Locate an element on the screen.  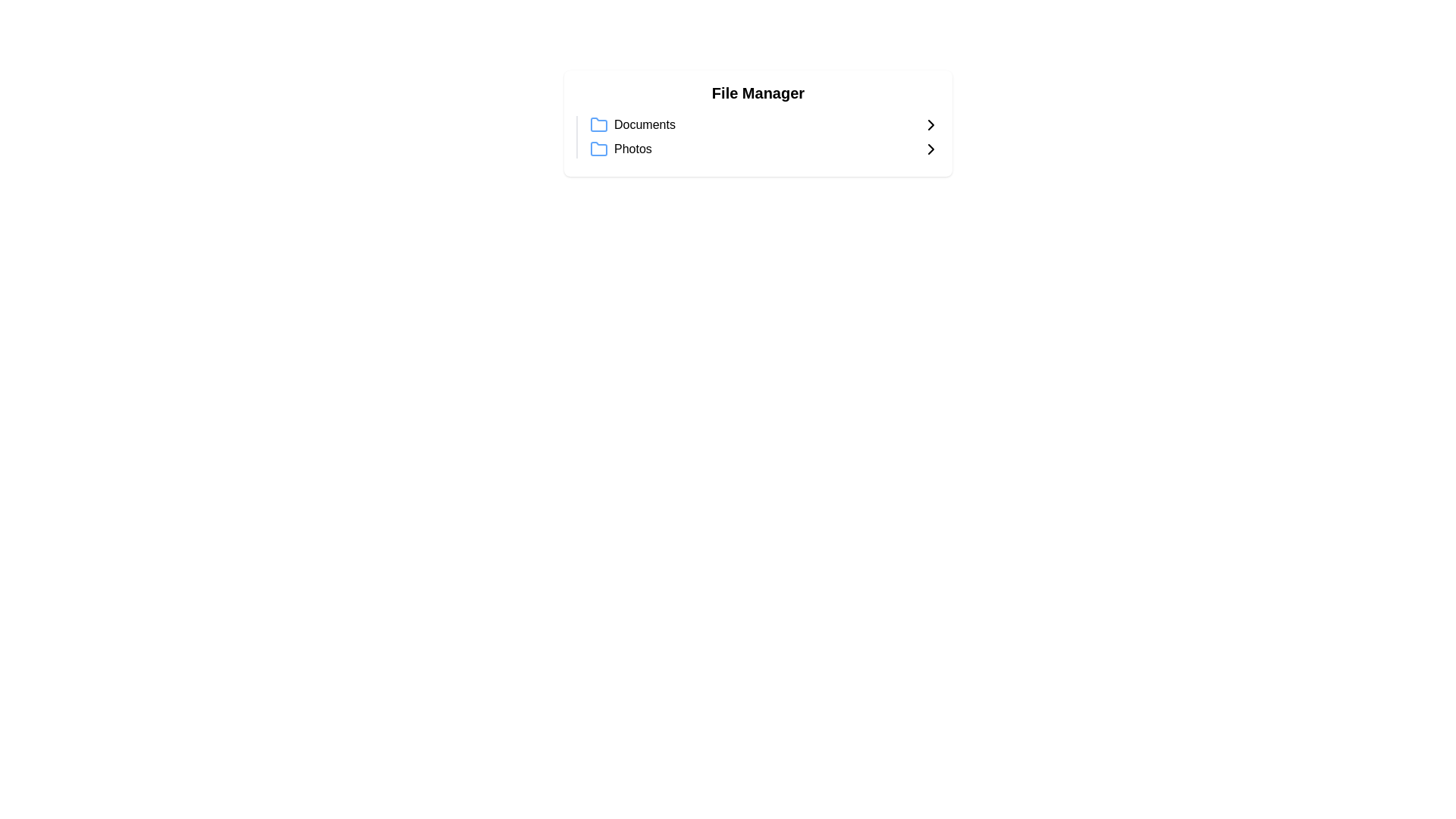
the blue-colored folder icon located to the left of the 'Documents' text in the document list is located at coordinates (598, 124).